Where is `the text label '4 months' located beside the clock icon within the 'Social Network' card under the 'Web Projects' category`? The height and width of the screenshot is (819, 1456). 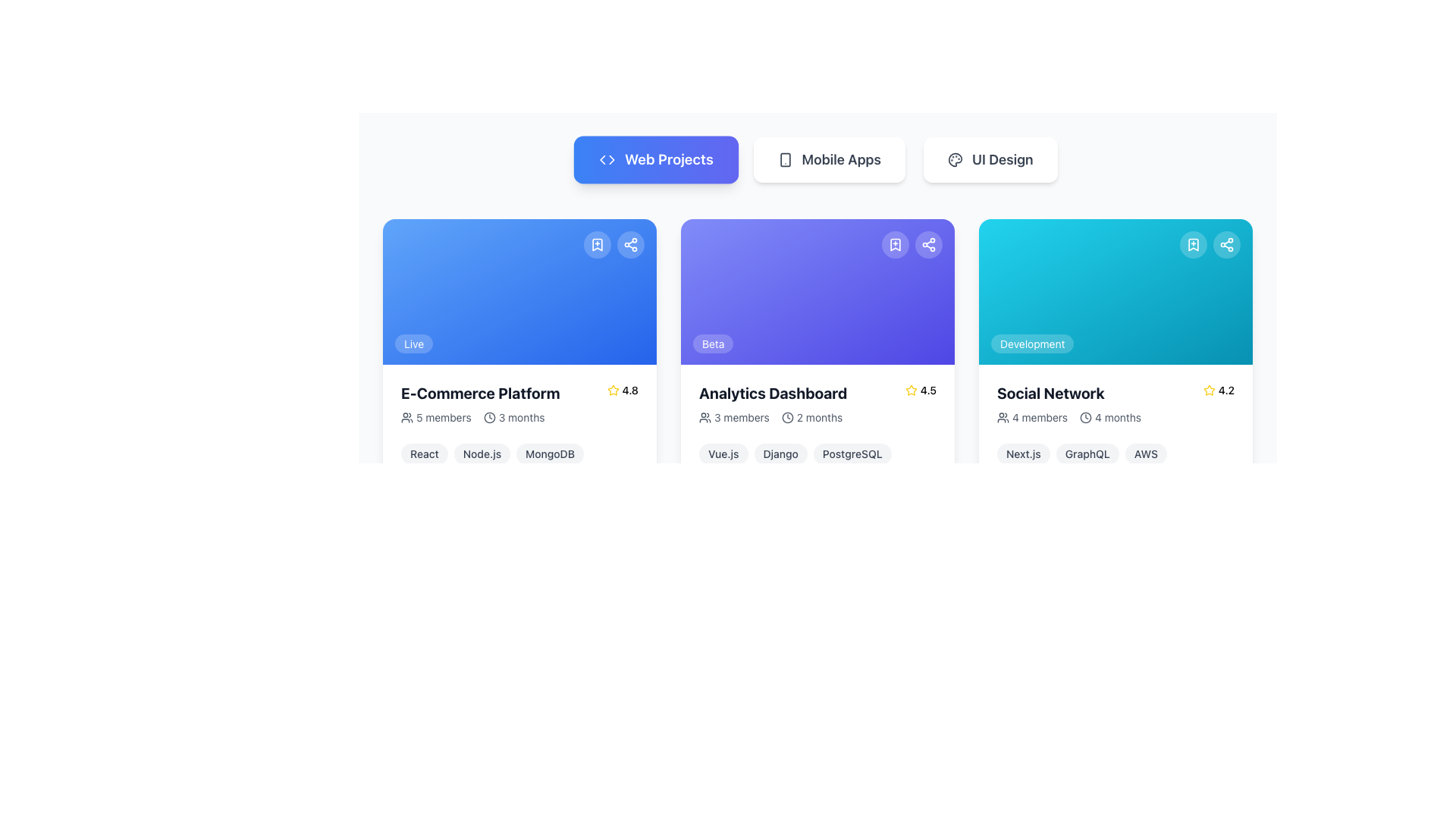 the text label '4 months' located beside the clock icon within the 'Social Network' card under the 'Web Projects' category is located at coordinates (1118, 418).